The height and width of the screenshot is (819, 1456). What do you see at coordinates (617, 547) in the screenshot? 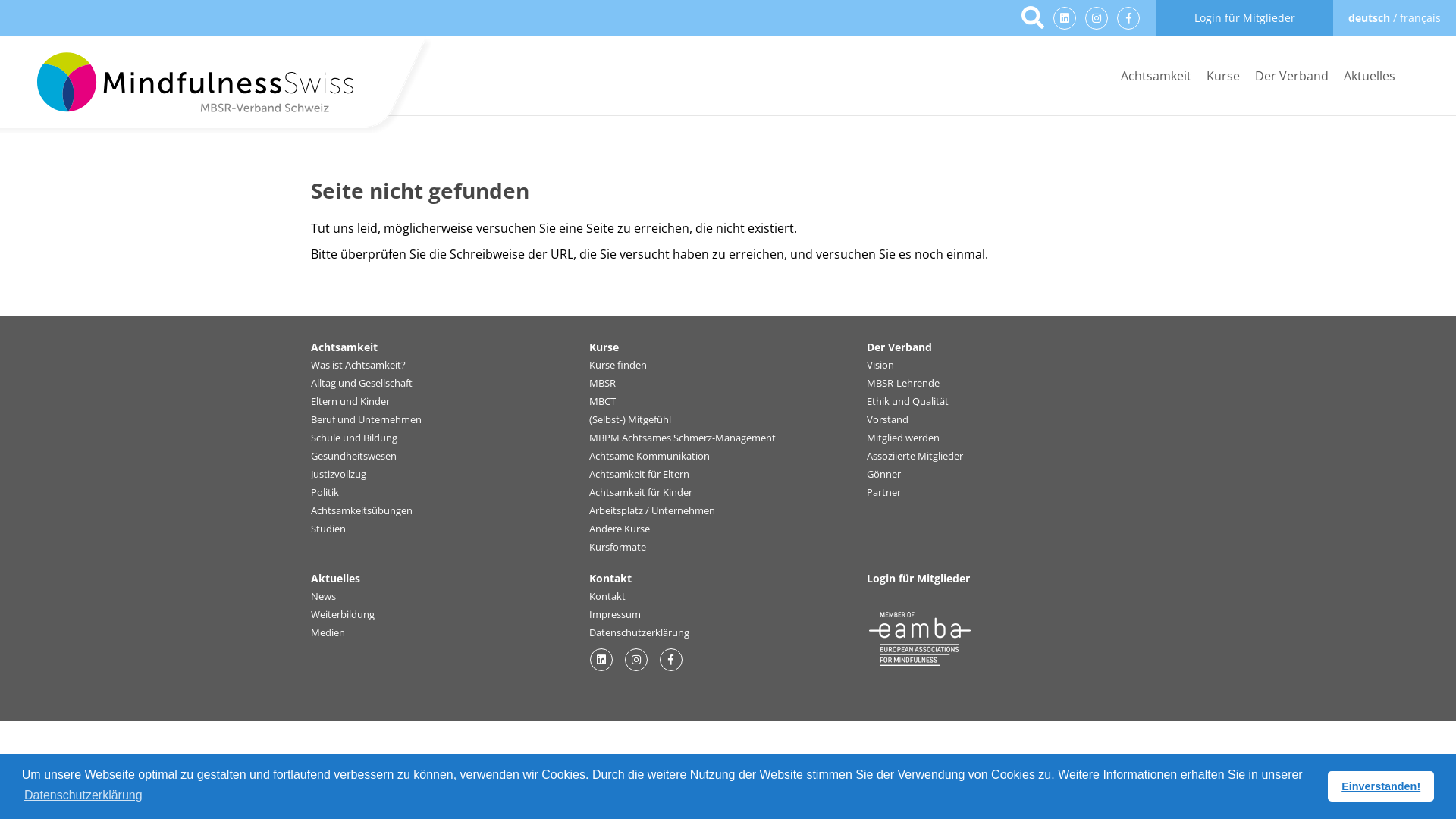
I see `'Kursformate'` at bounding box center [617, 547].